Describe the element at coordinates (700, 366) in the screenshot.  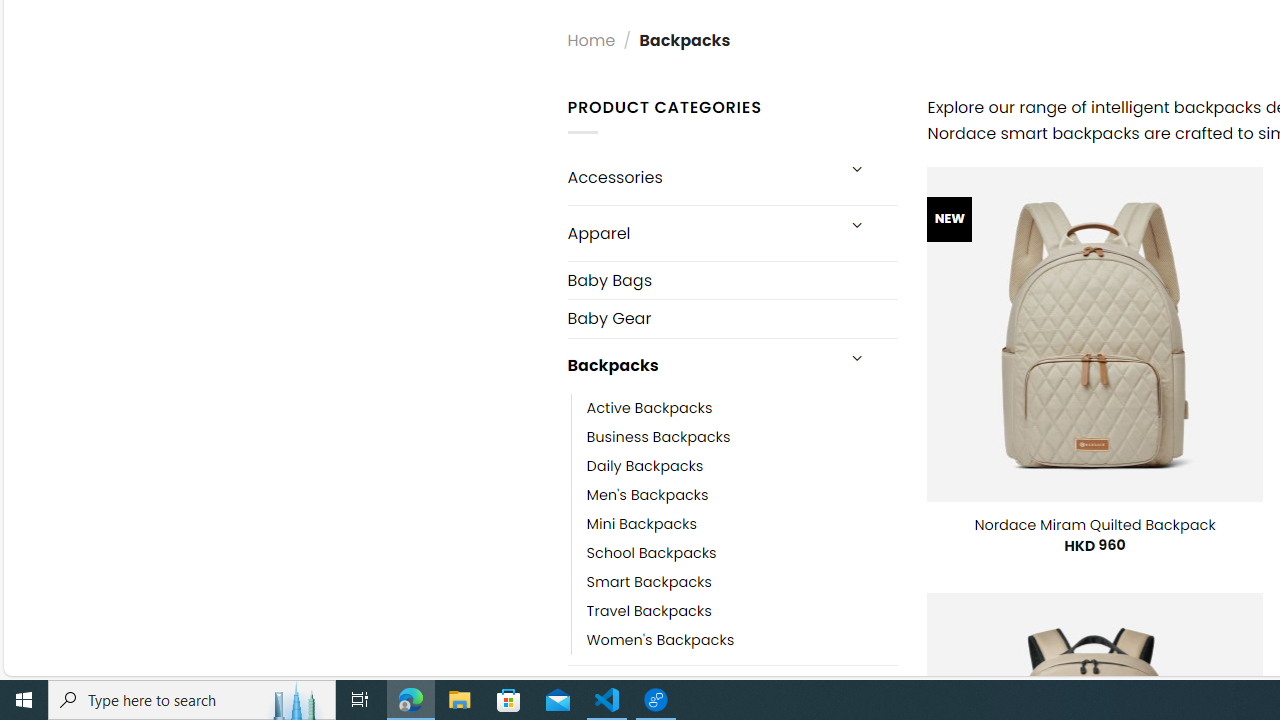
I see `'Backpacks'` at that location.